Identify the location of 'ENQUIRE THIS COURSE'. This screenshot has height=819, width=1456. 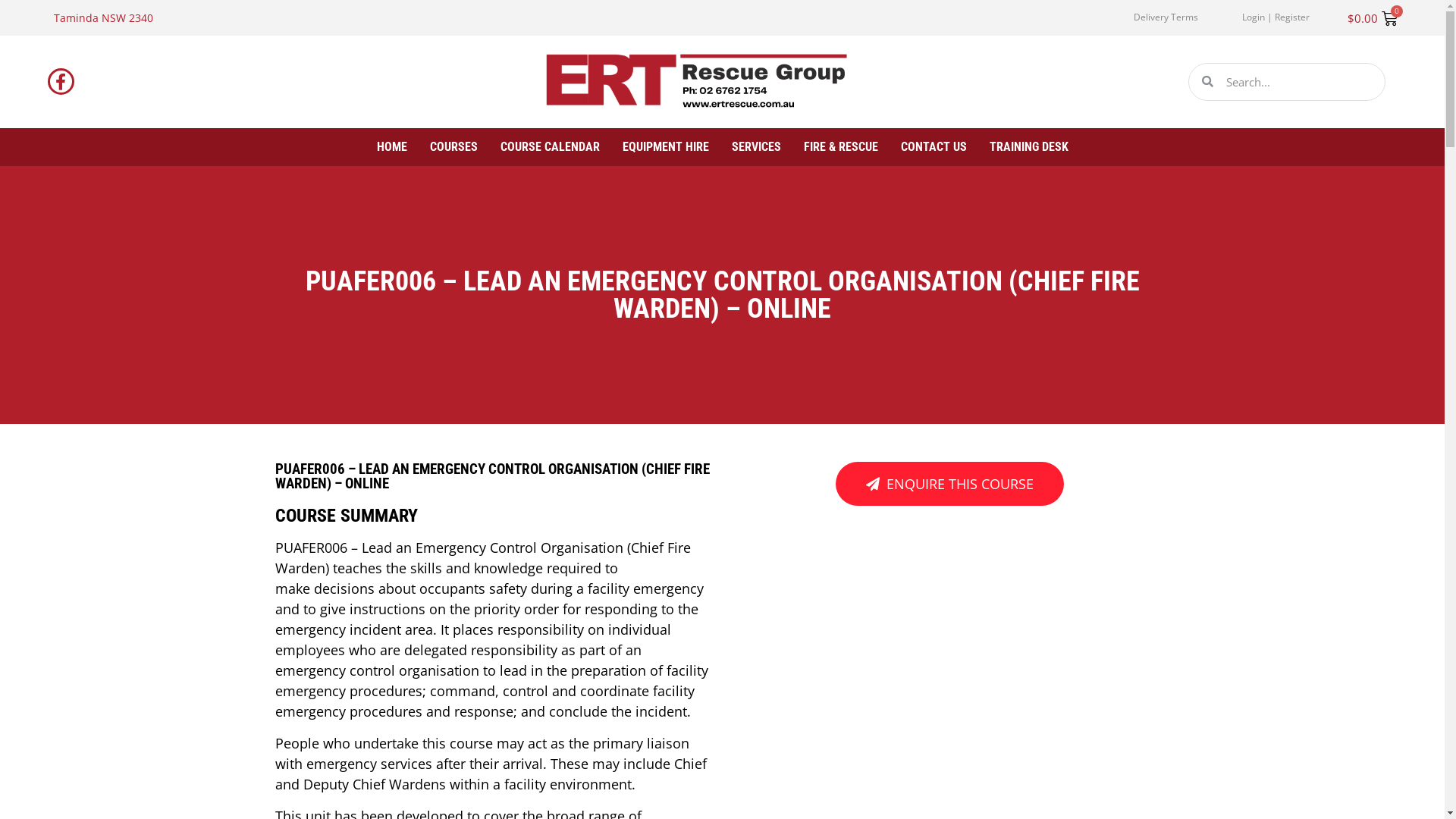
(949, 483).